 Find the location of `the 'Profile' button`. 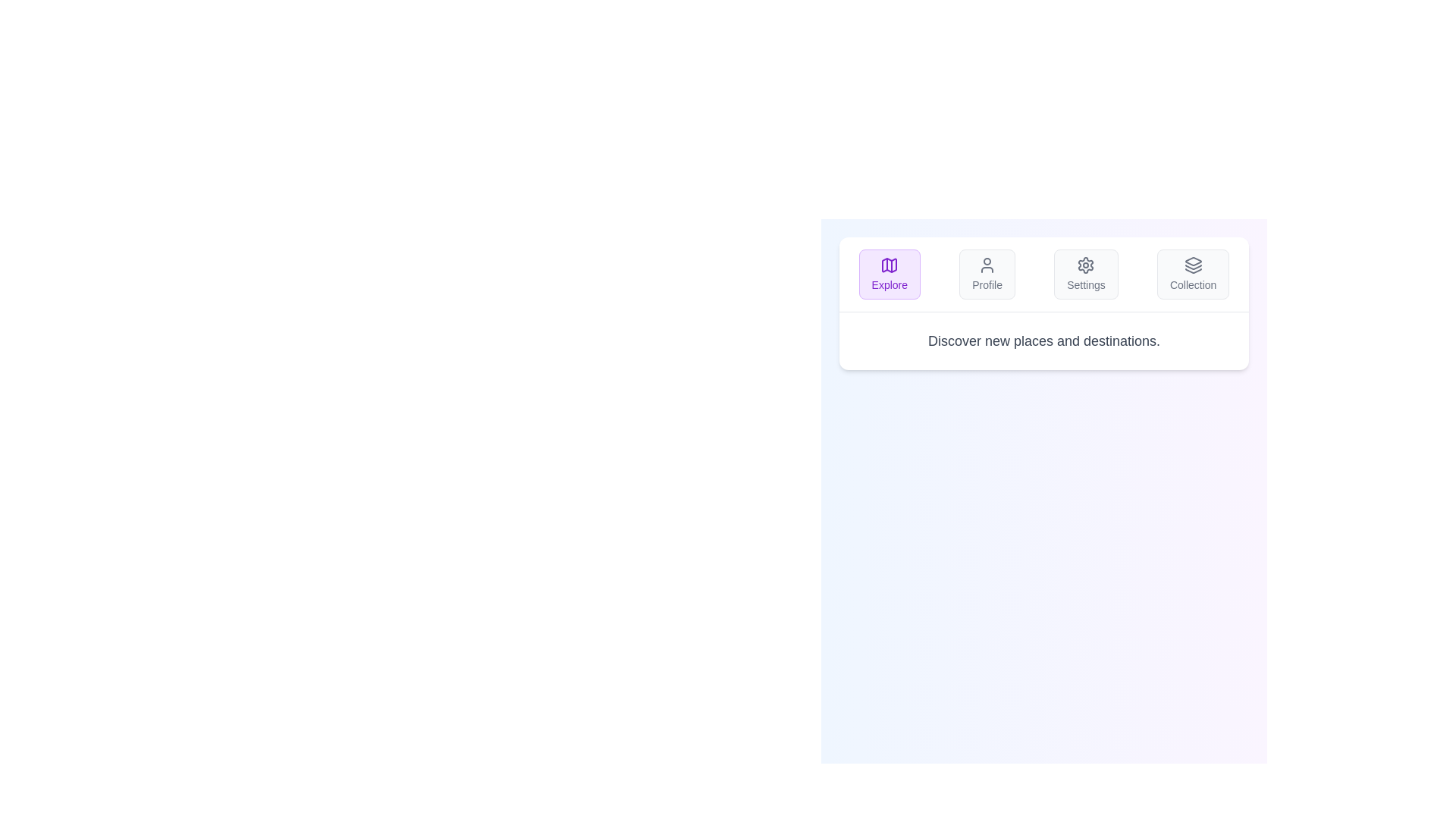

the 'Profile' button is located at coordinates (987, 275).